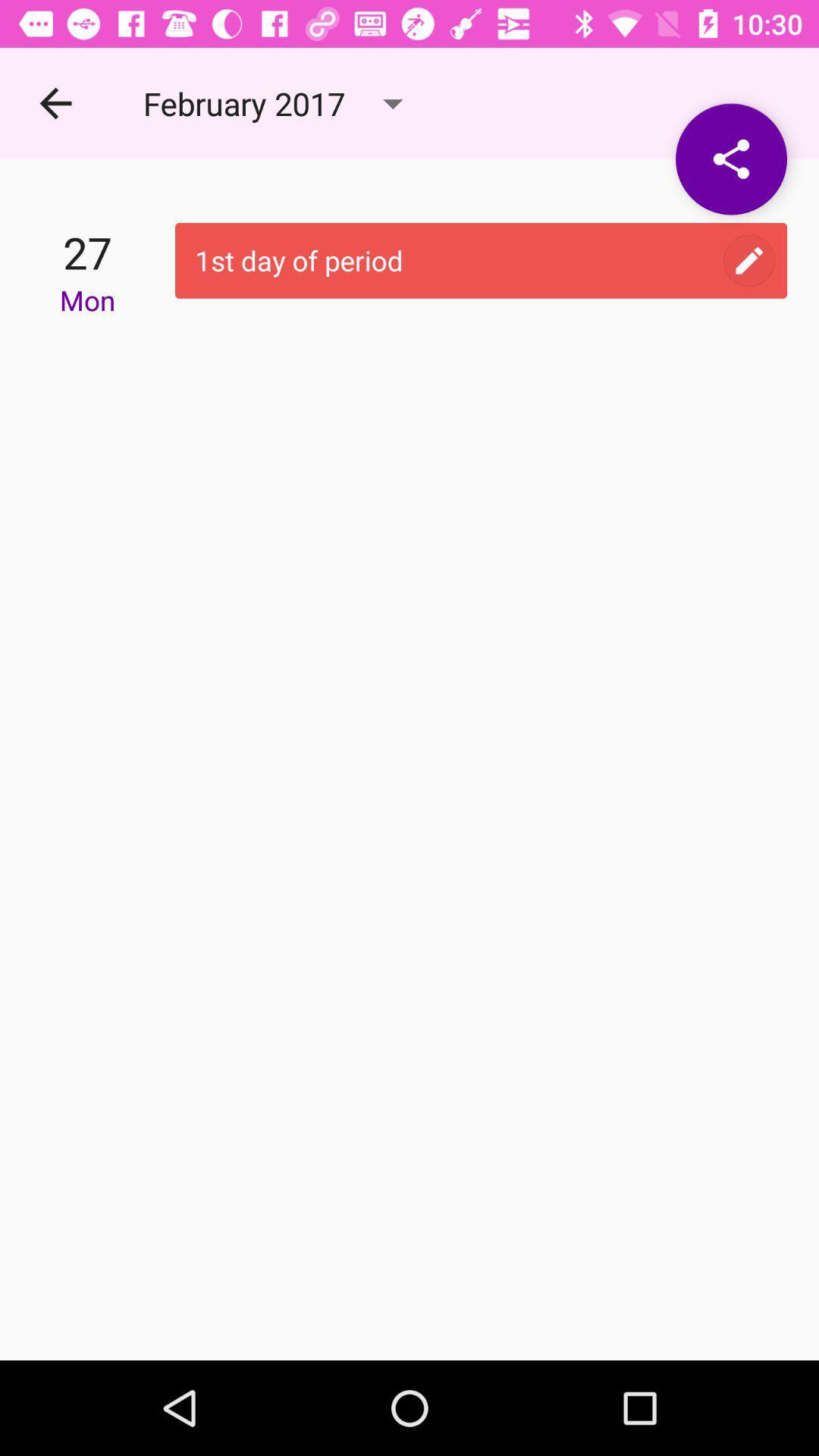 The height and width of the screenshot is (1456, 819). Describe the element at coordinates (730, 159) in the screenshot. I see `share option` at that location.